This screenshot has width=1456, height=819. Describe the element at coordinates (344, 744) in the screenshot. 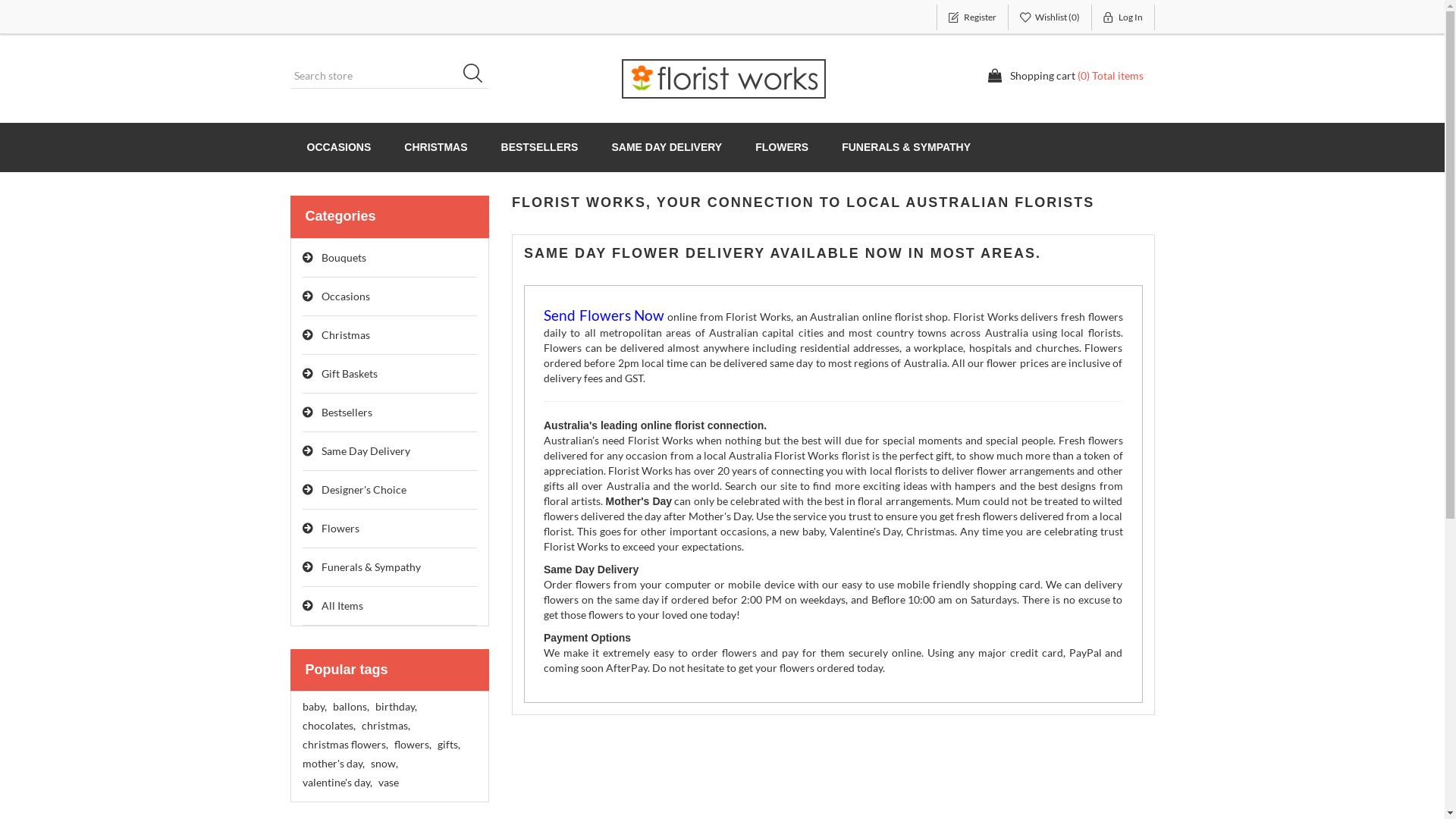

I see `'christmas flowers,'` at that location.